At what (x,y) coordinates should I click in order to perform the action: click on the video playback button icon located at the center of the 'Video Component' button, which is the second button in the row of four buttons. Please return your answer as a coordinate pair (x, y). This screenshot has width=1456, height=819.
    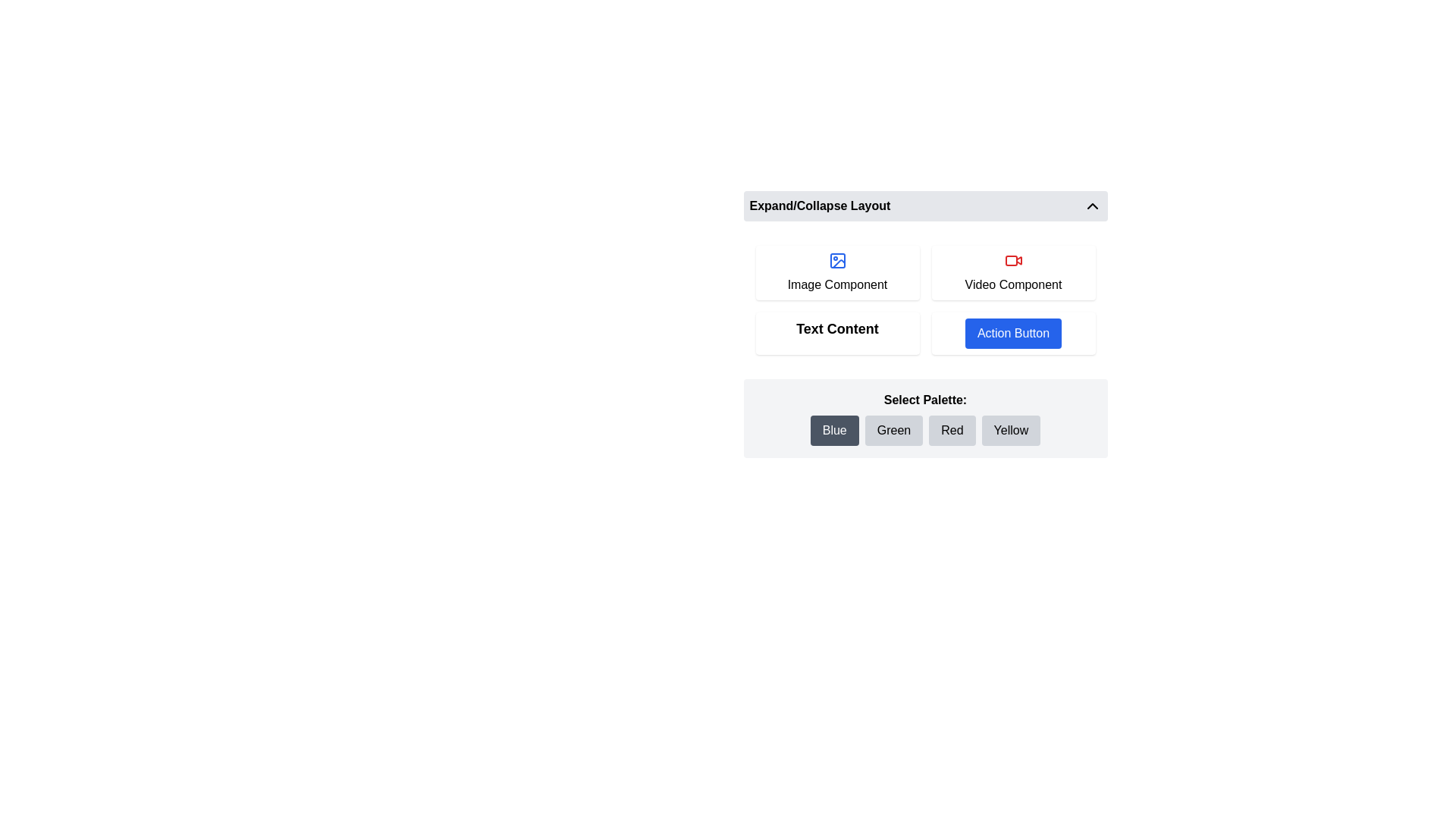
    Looking at the image, I should click on (1018, 259).